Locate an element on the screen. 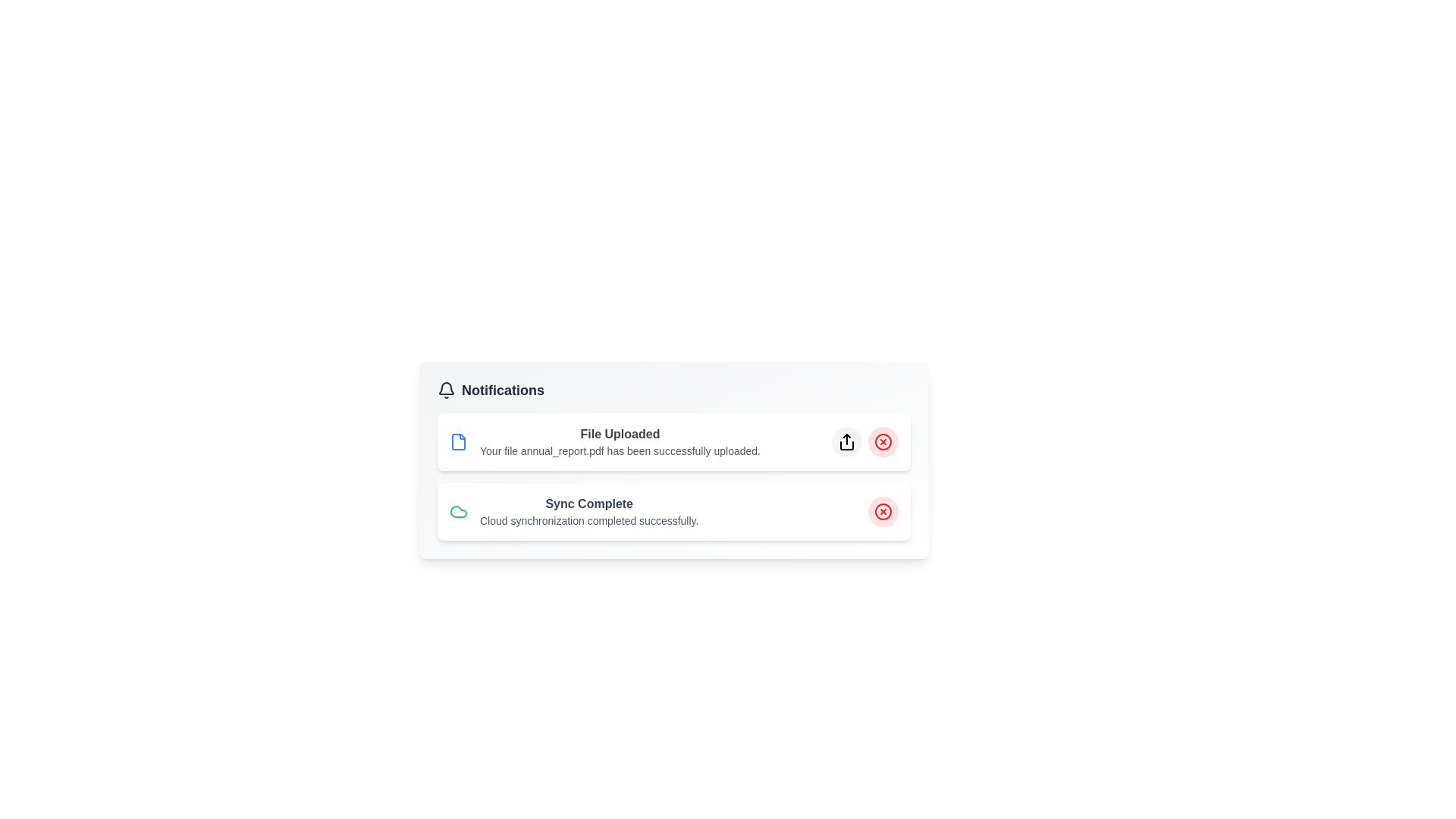 The height and width of the screenshot is (819, 1456). the center dot of the circular icon related is located at coordinates (883, 512).